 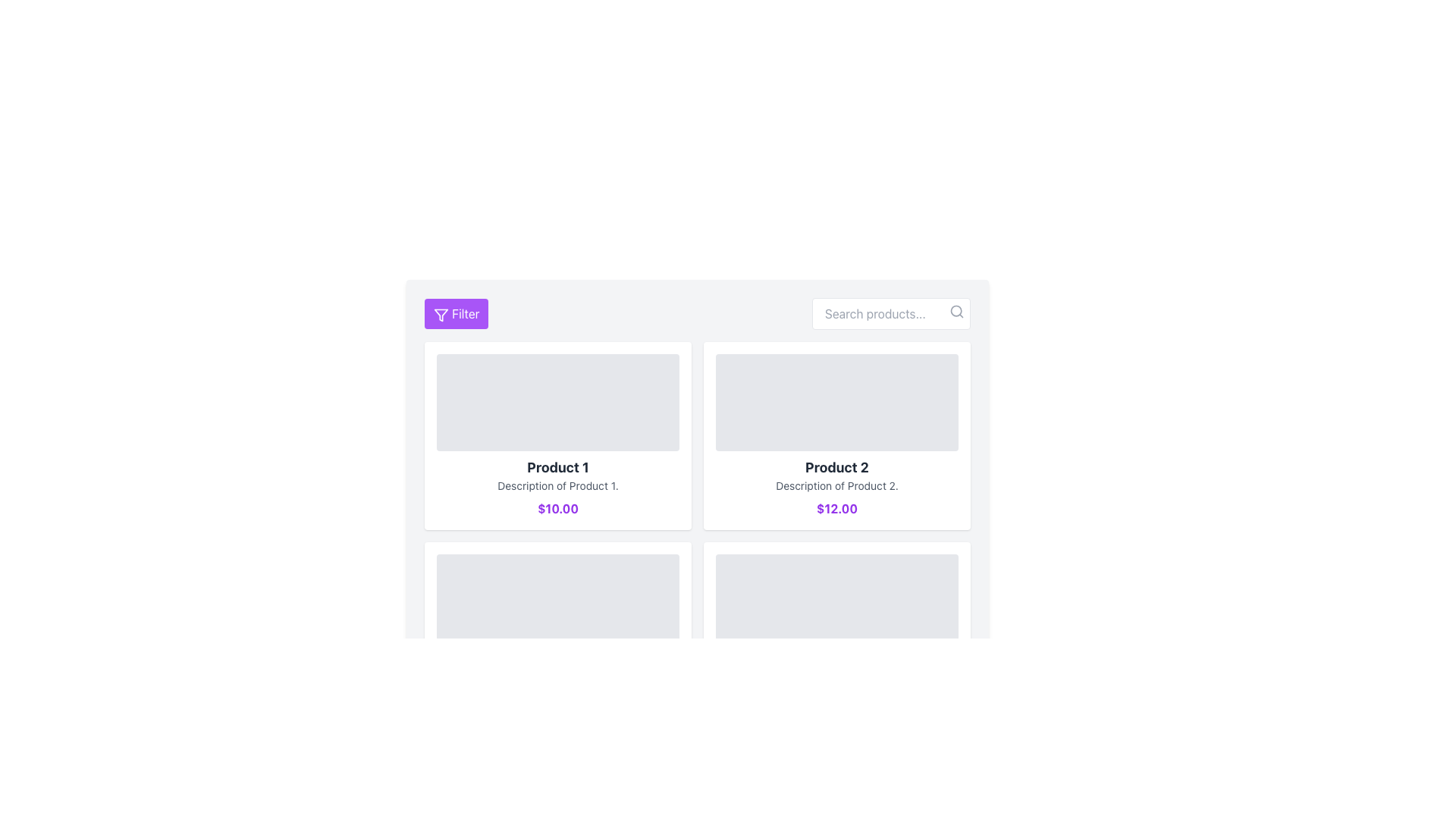 What do you see at coordinates (956, 311) in the screenshot?
I see `the magnifying glass icon located at the top-right corner of the search input box` at bounding box center [956, 311].